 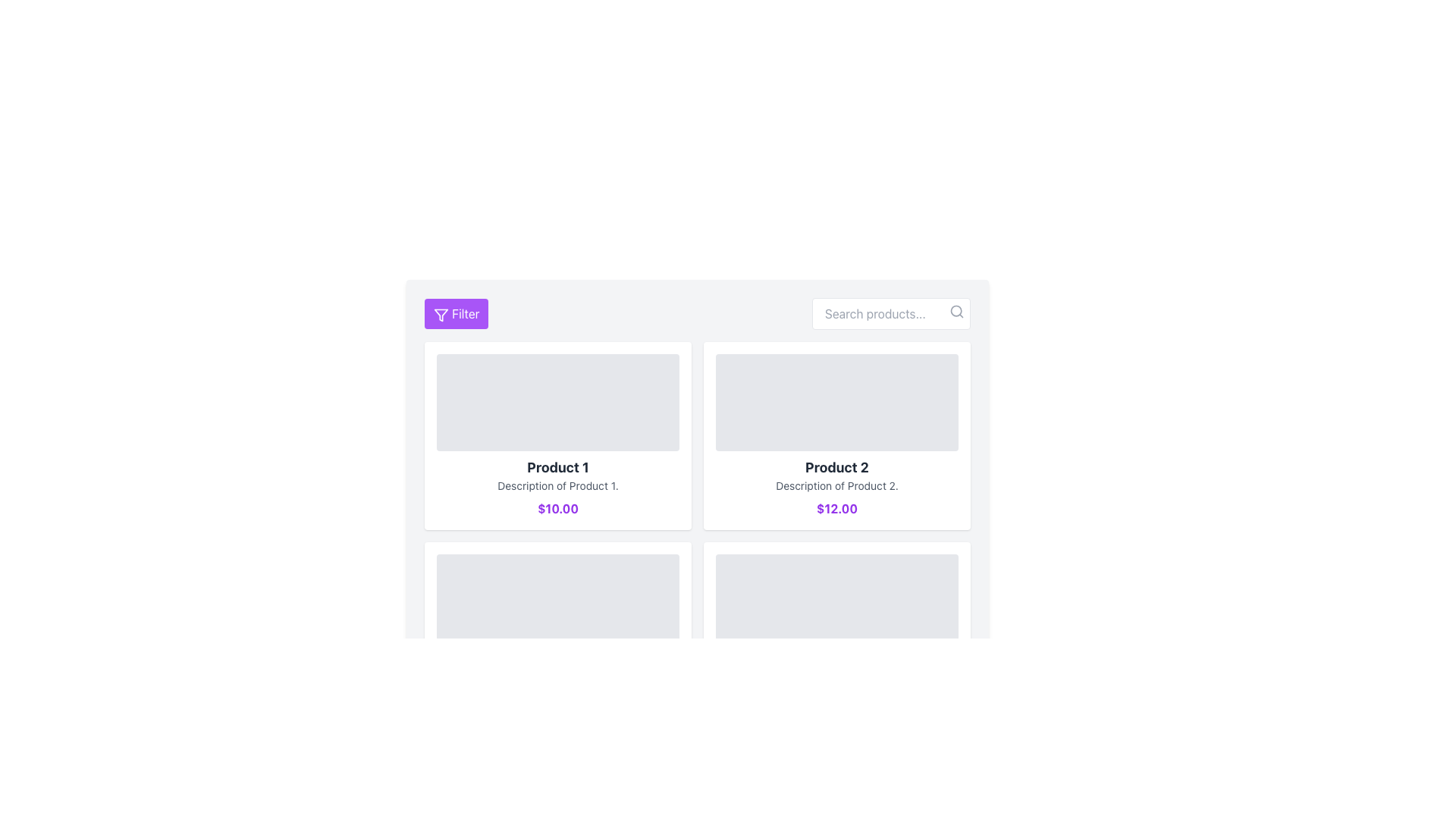 What do you see at coordinates (956, 311) in the screenshot?
I see `the magnifying glass icon located at the top-right corner of the search input box` at bounding box center [956, 311].